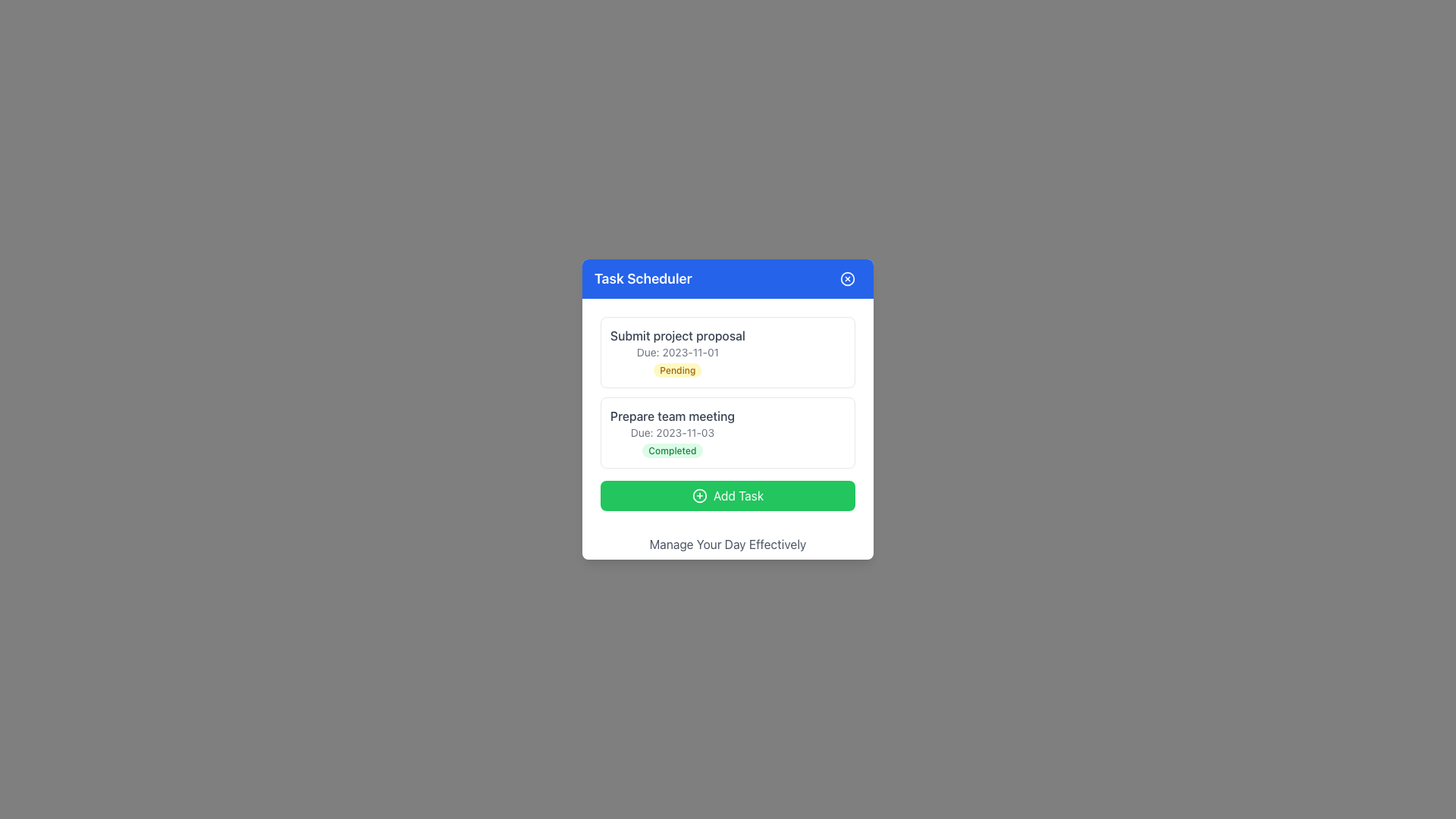  What do you see at coordinates (698, 496) in the screenshot?
I see `the addition icon located in the center of the green 'Add Task' button at the bottom of the task list panel` at bounding box center [698, 496].